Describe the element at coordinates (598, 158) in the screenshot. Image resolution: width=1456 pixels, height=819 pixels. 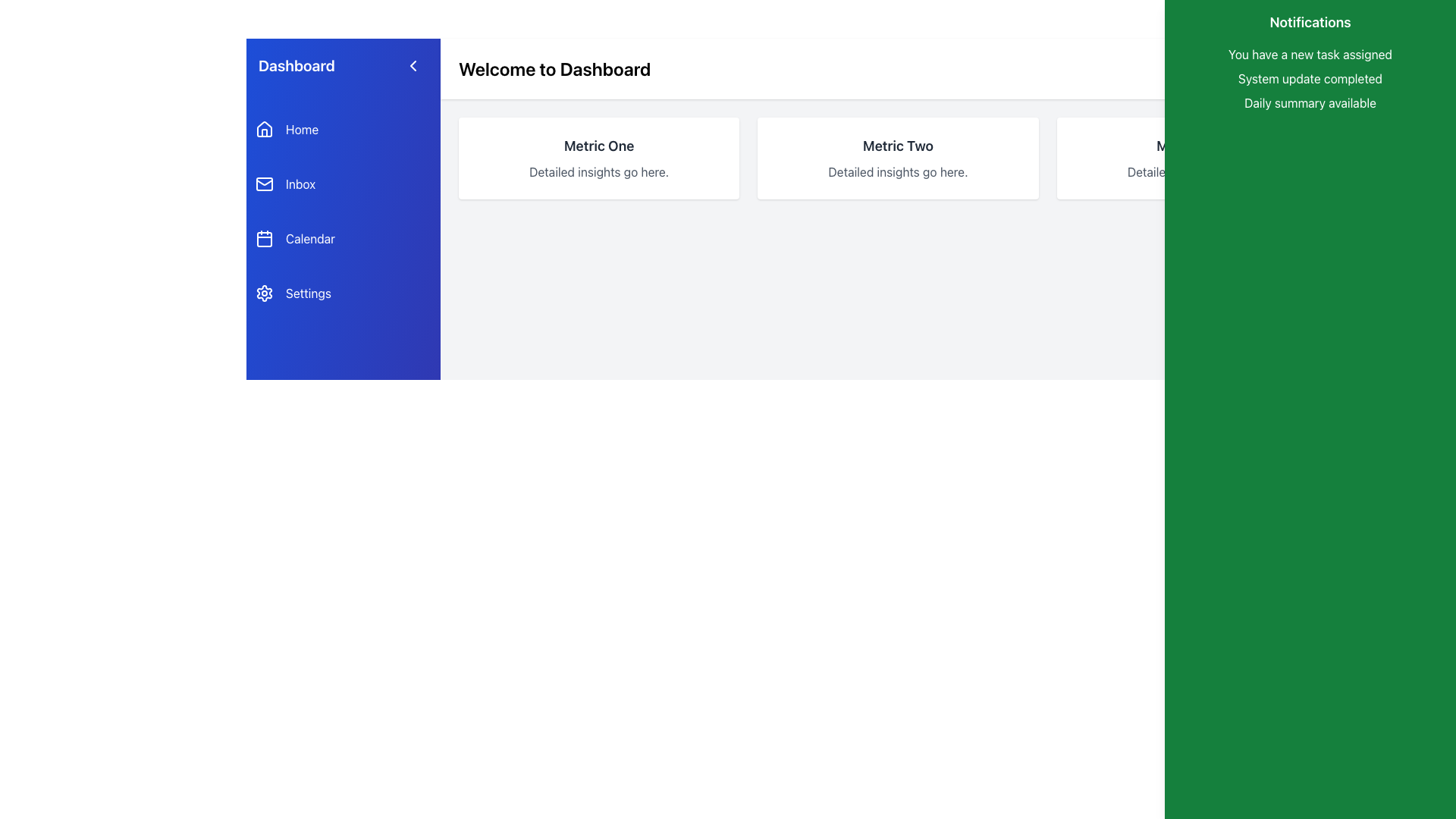
I see `the Informational Card that displays 'Metric One' in bold and larger text with 'Detailed insights go here' below it` at that location.